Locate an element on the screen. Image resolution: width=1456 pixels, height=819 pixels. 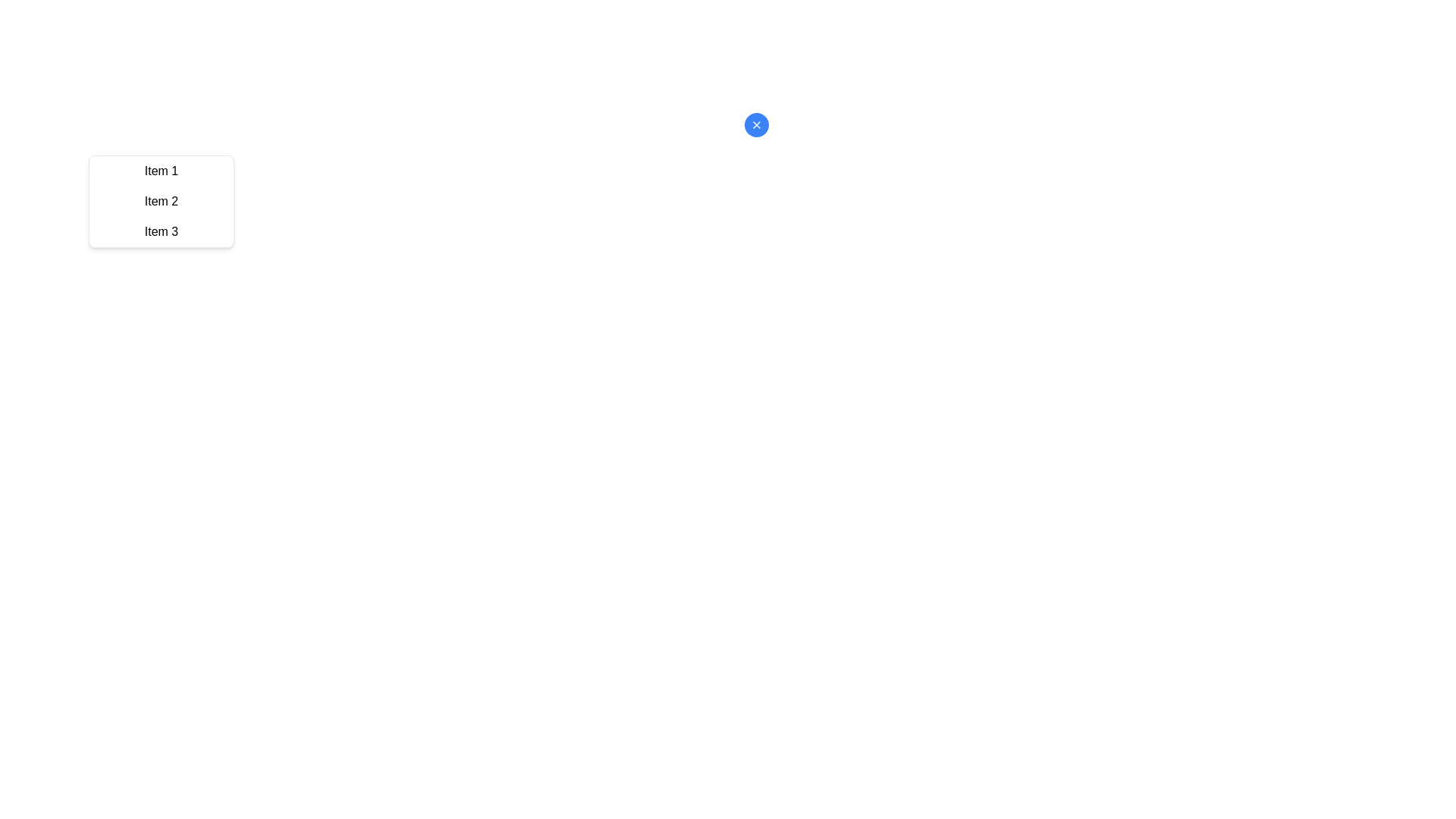
the dropdown menu located in the top-left section of the display is located at coordinates (161, 201).